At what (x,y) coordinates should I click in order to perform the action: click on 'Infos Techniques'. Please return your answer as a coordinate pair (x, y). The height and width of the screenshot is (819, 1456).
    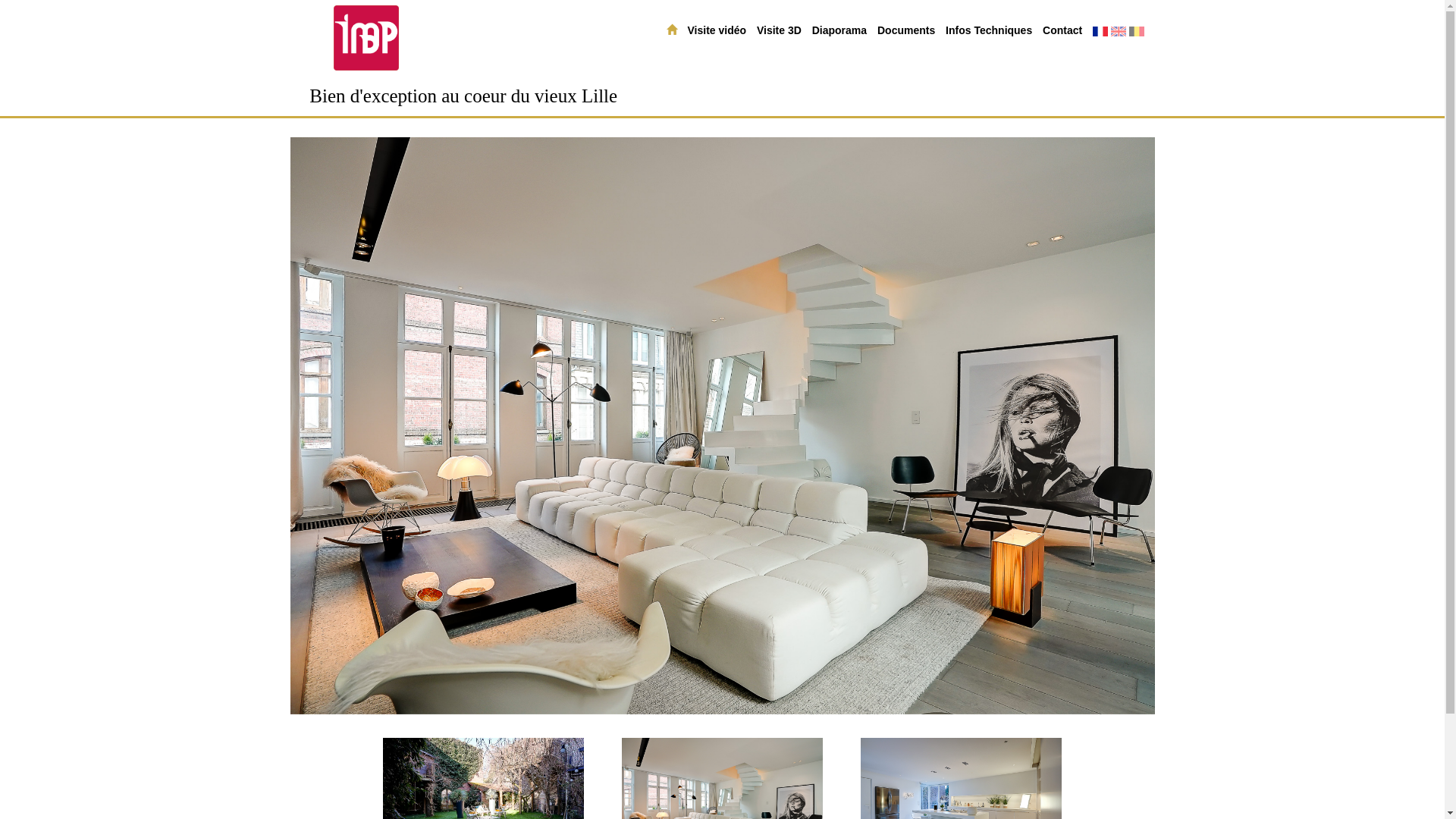
    Looking at the image, I should click on (989, 30).